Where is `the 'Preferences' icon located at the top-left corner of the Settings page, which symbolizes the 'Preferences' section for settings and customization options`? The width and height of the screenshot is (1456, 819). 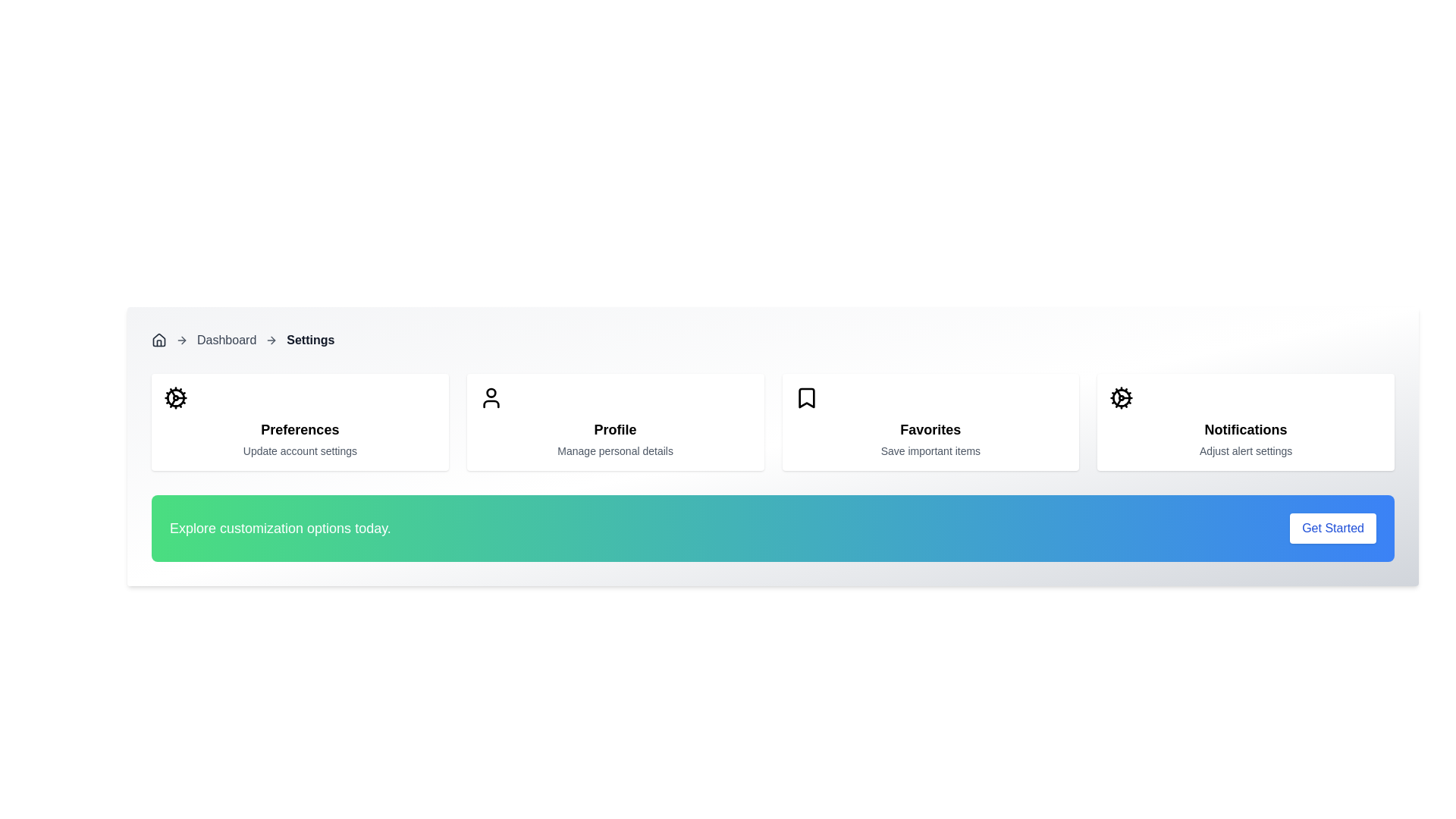 the 'Preferences' icon located at the top-left corner of the Settings page, which symbolizes the 'Preferences' section for settings and customization options is located at coordinates (175, 397).